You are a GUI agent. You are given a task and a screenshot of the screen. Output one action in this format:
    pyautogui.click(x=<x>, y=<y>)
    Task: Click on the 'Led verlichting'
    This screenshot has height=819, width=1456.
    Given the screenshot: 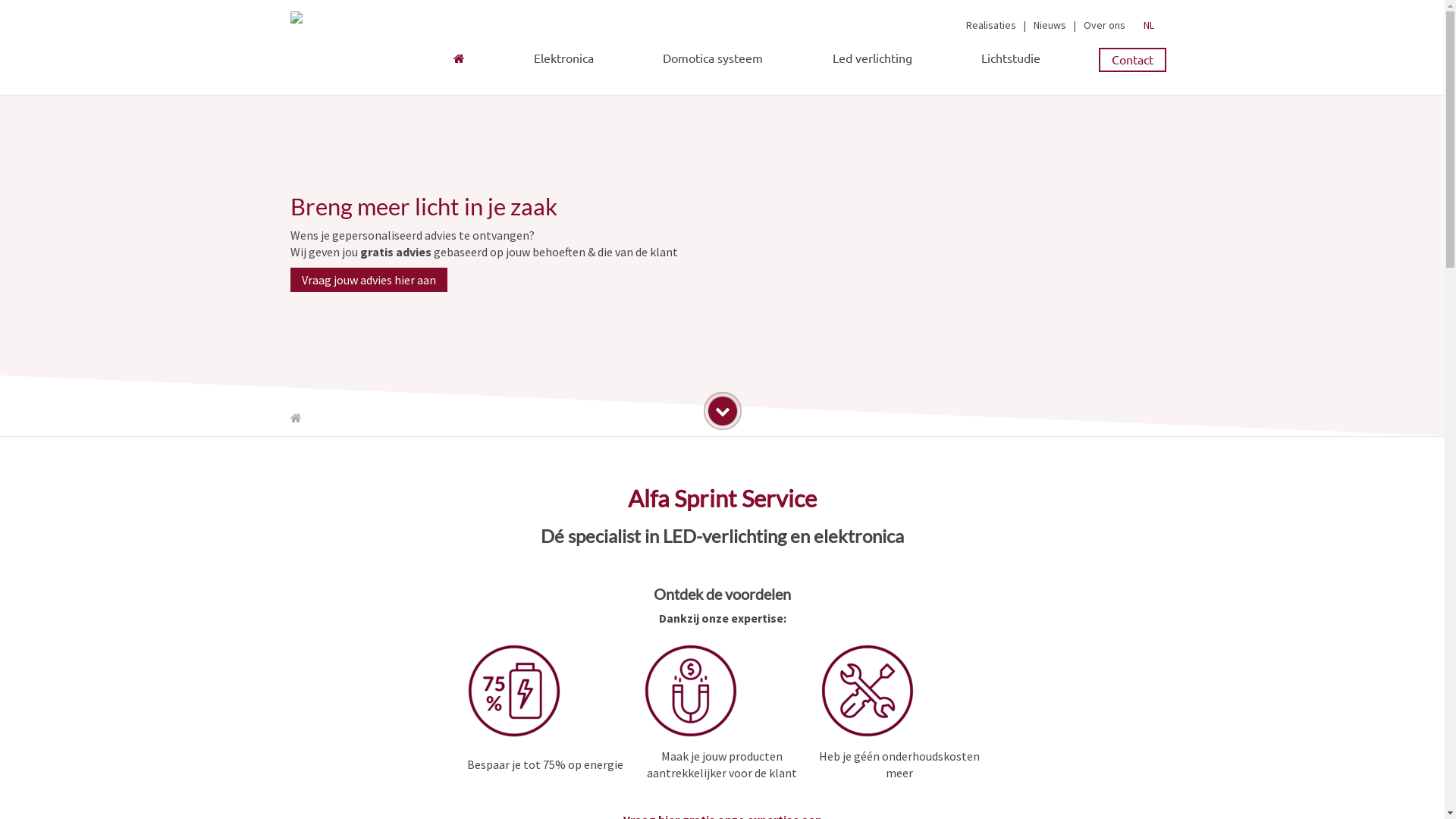 What is the action you would take?
    pyautogui.click(x=821, y=55)
    